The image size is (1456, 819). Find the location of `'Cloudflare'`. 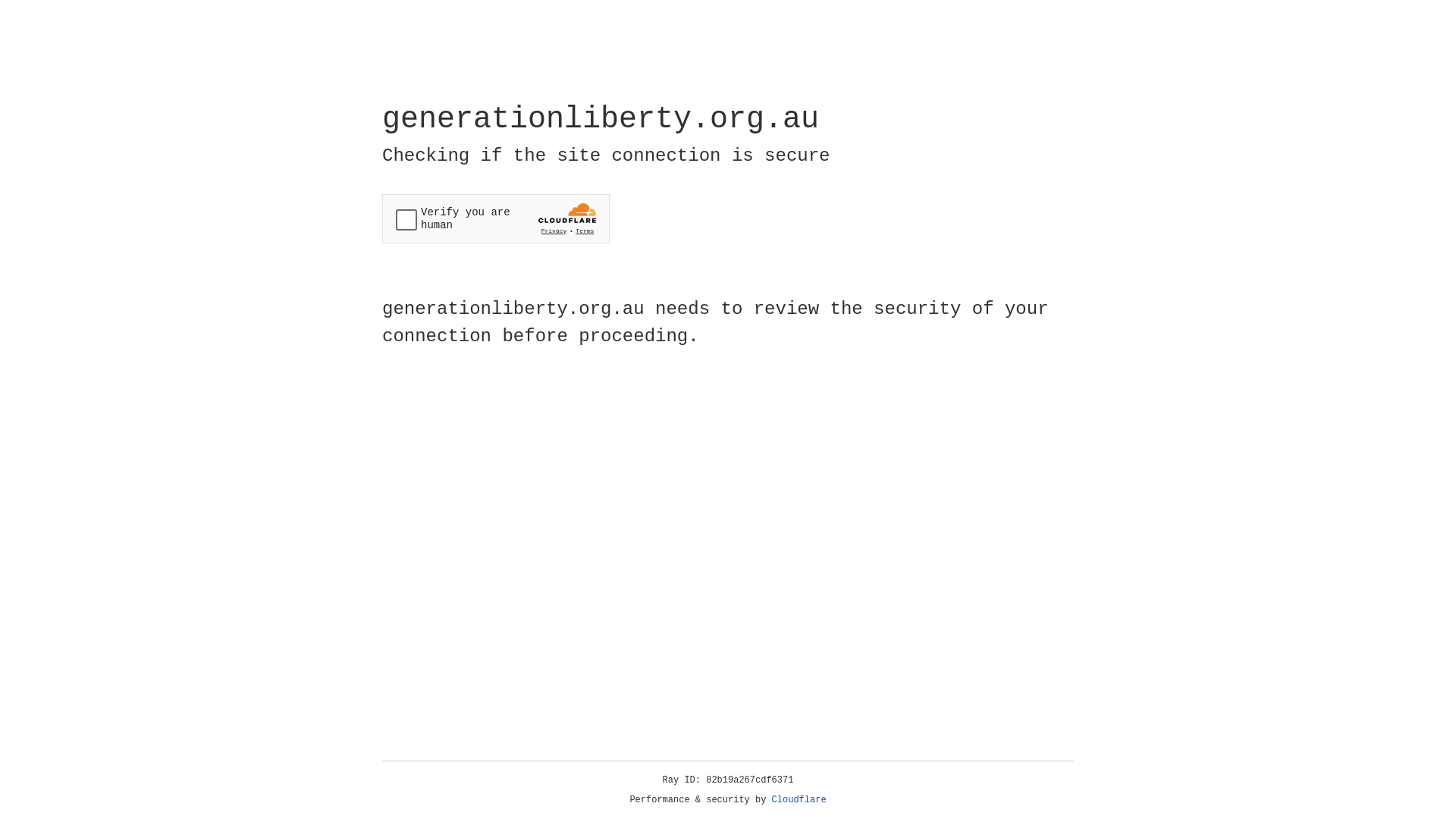

'Cloudflare' is located at coordinates (771, 799).